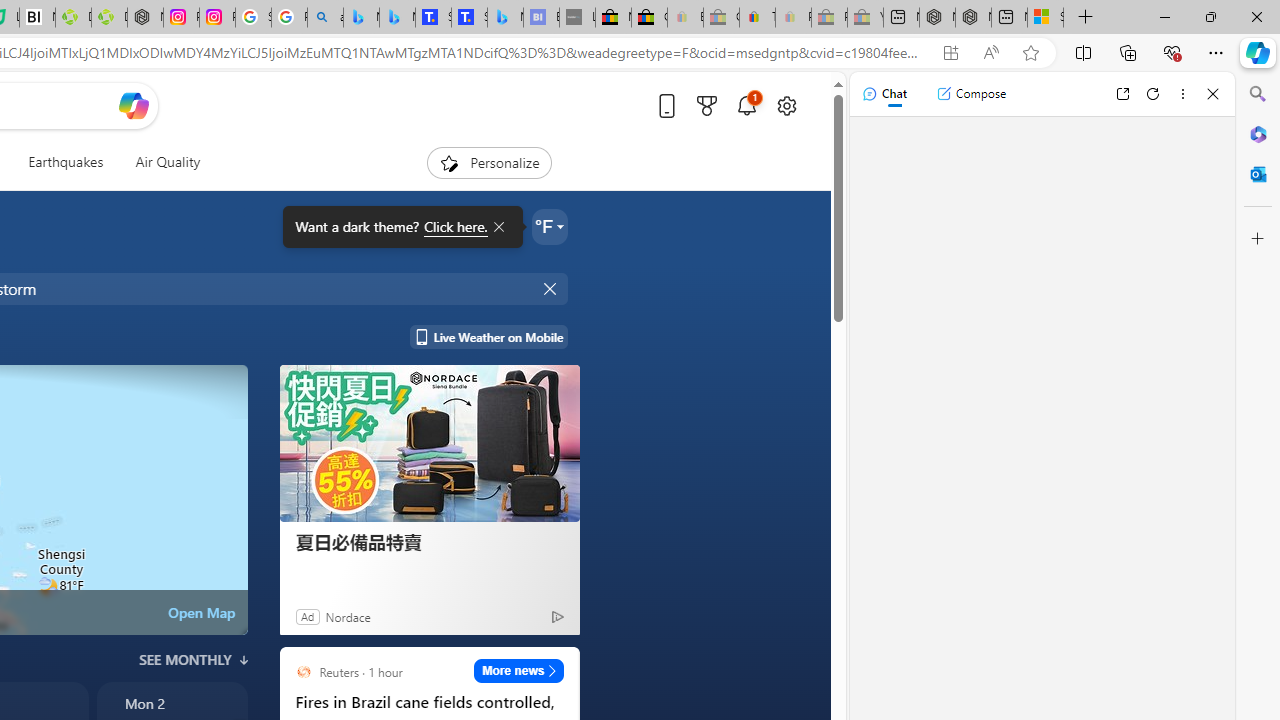 The height and width of the screenshot is (720, 1280). What do you see at coordinates (756, 17) in the screenshot?
I see `'Threats and offensive language policy | eBay'` at bounding box center [756, 17].